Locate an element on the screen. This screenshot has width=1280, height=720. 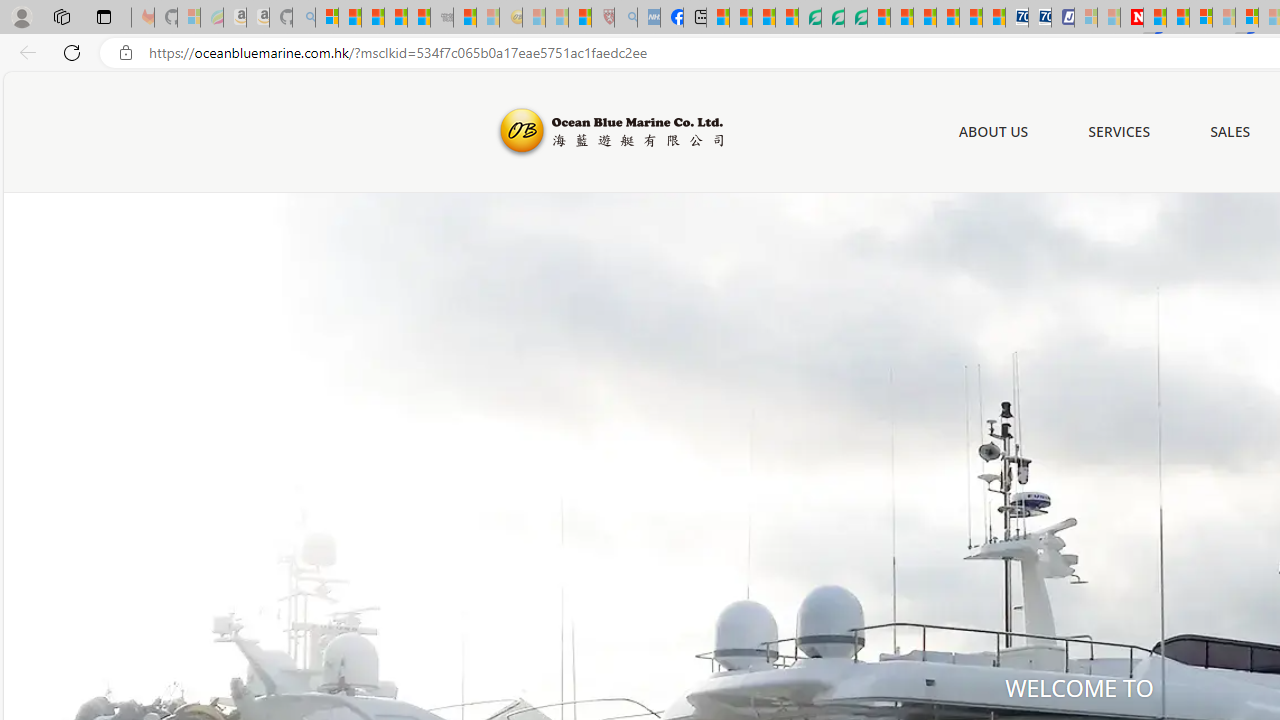
'ABOUT US' is located at coordinates (993, 131).